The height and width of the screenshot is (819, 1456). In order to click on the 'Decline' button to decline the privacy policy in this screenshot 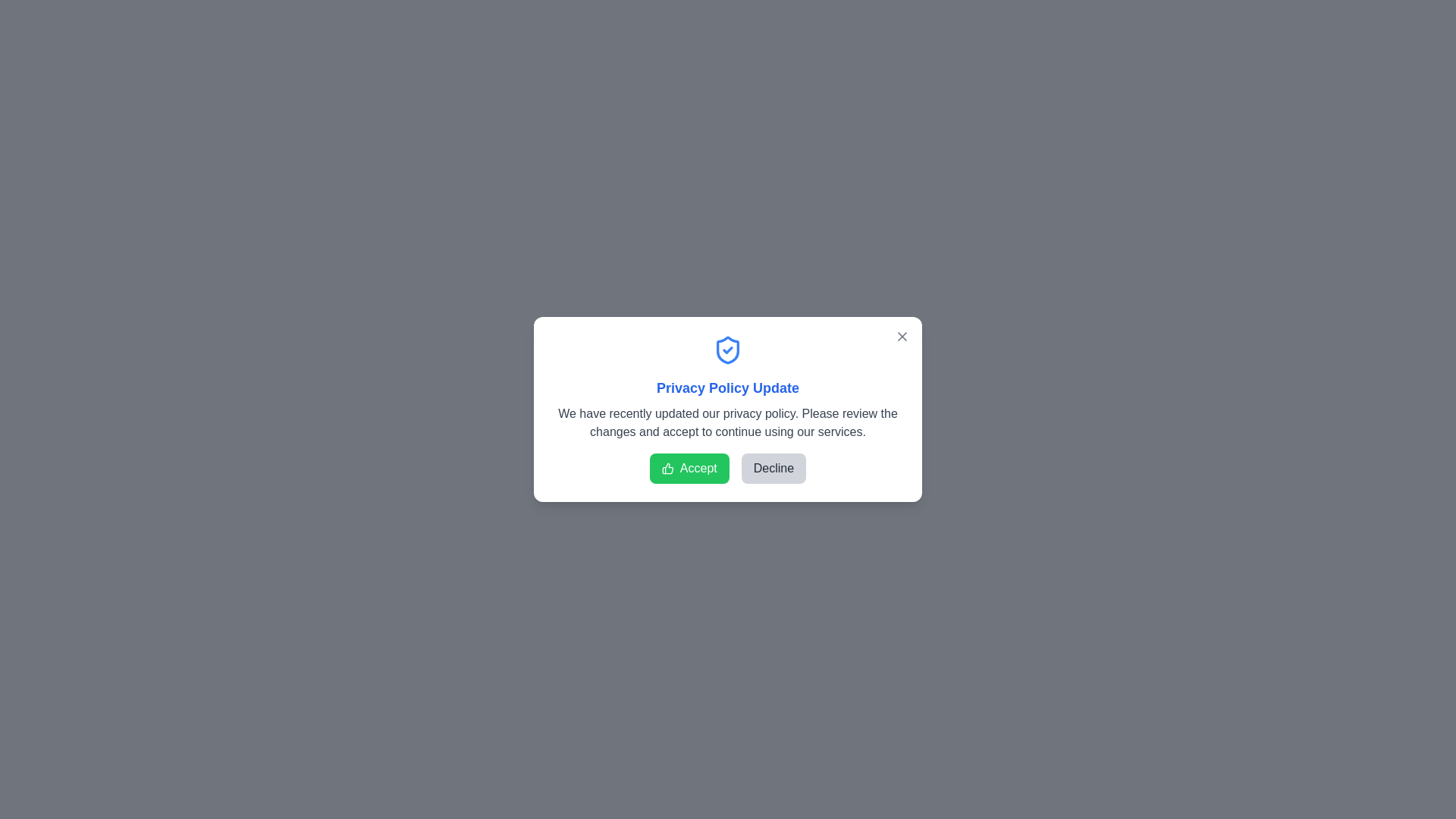, I will do `click(773, 467)`.